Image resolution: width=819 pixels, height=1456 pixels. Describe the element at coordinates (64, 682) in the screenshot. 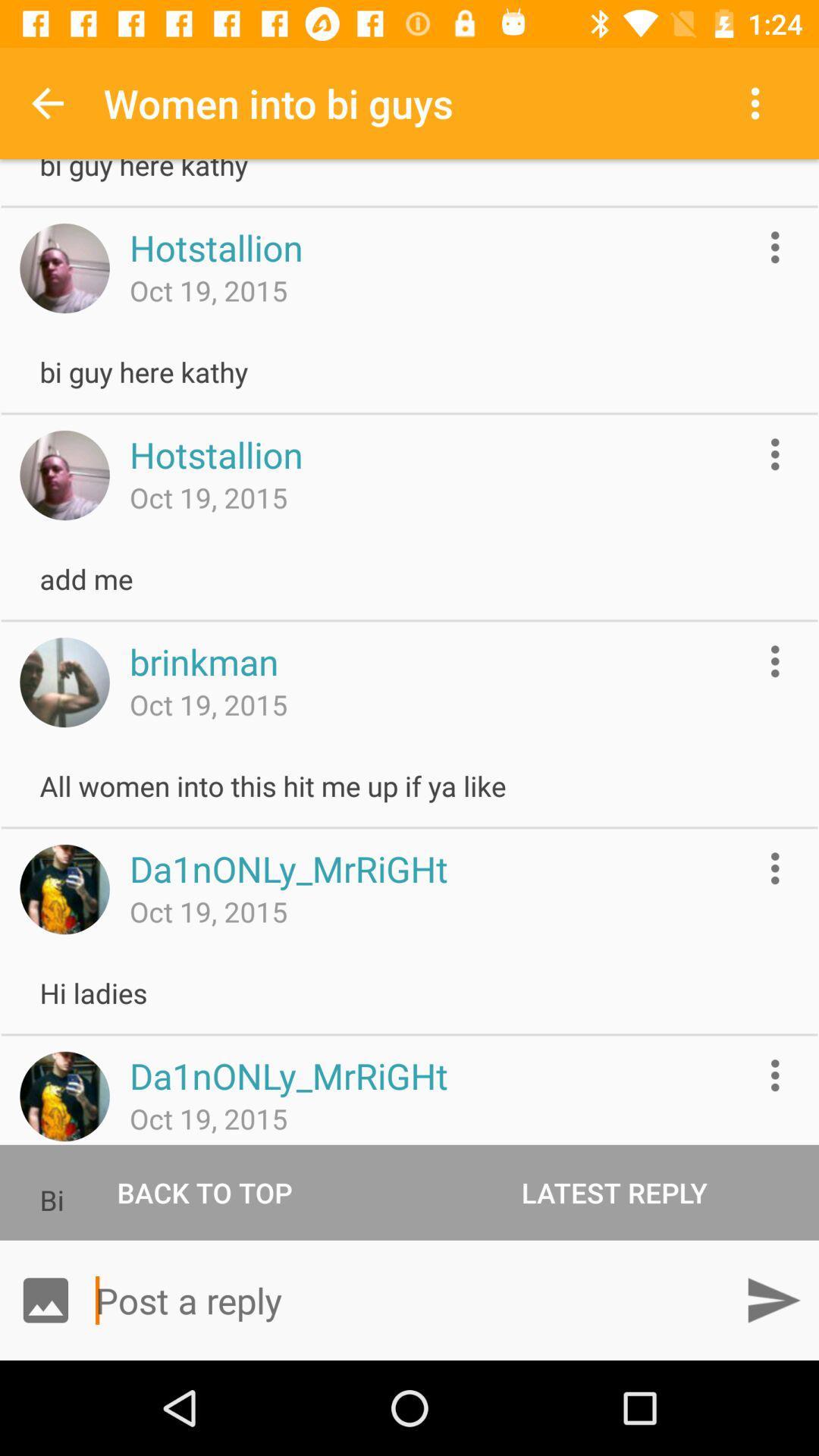

I see `the image is someone 's profile picture and will take you to their profile` at that location.